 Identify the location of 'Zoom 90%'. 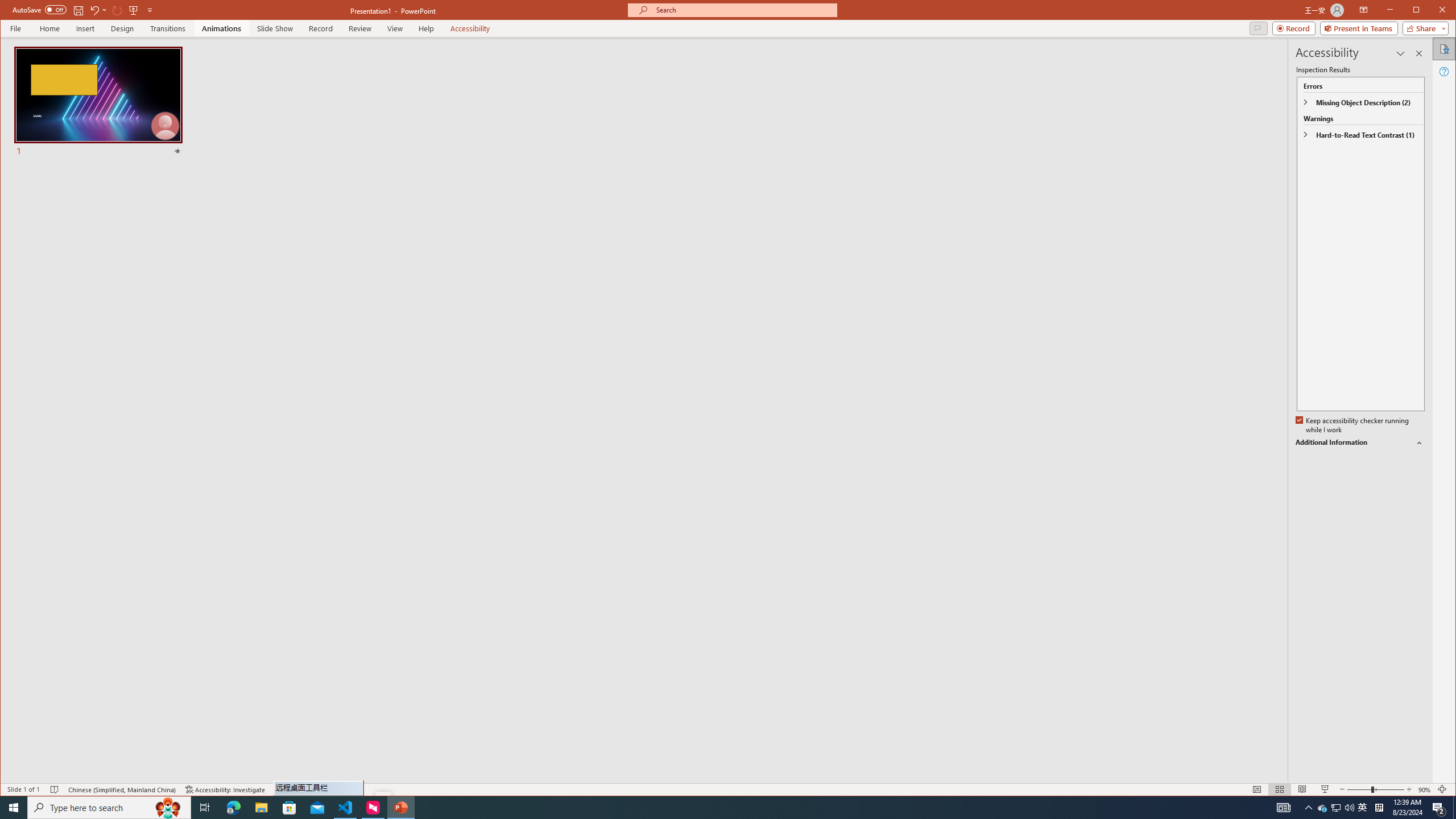
(1424, 789).